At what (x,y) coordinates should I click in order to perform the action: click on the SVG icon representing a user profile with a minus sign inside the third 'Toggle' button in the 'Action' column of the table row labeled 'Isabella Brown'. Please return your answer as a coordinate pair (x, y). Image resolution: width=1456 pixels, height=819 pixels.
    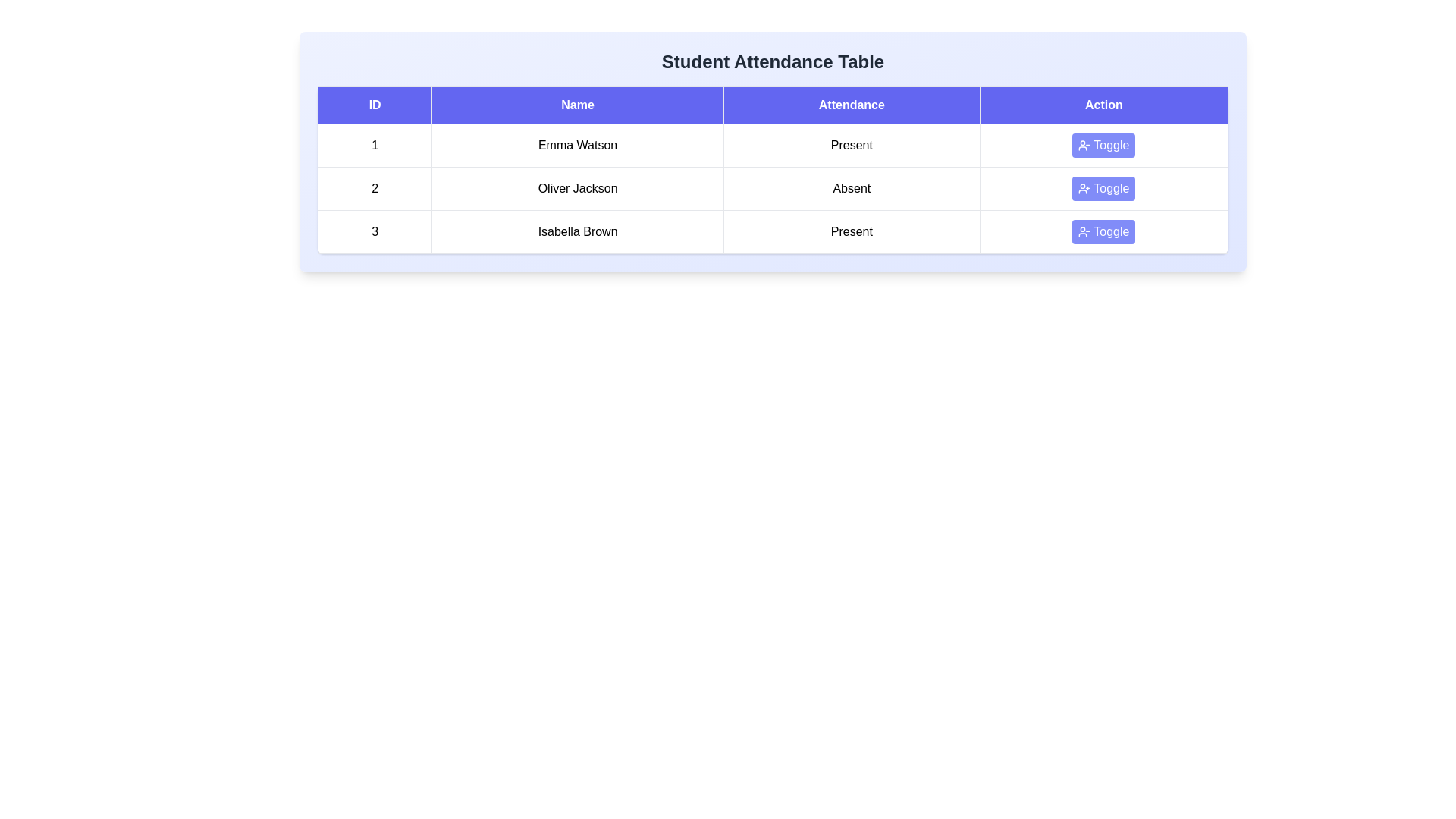
    Looking at the image, I should click on (1084, 231).